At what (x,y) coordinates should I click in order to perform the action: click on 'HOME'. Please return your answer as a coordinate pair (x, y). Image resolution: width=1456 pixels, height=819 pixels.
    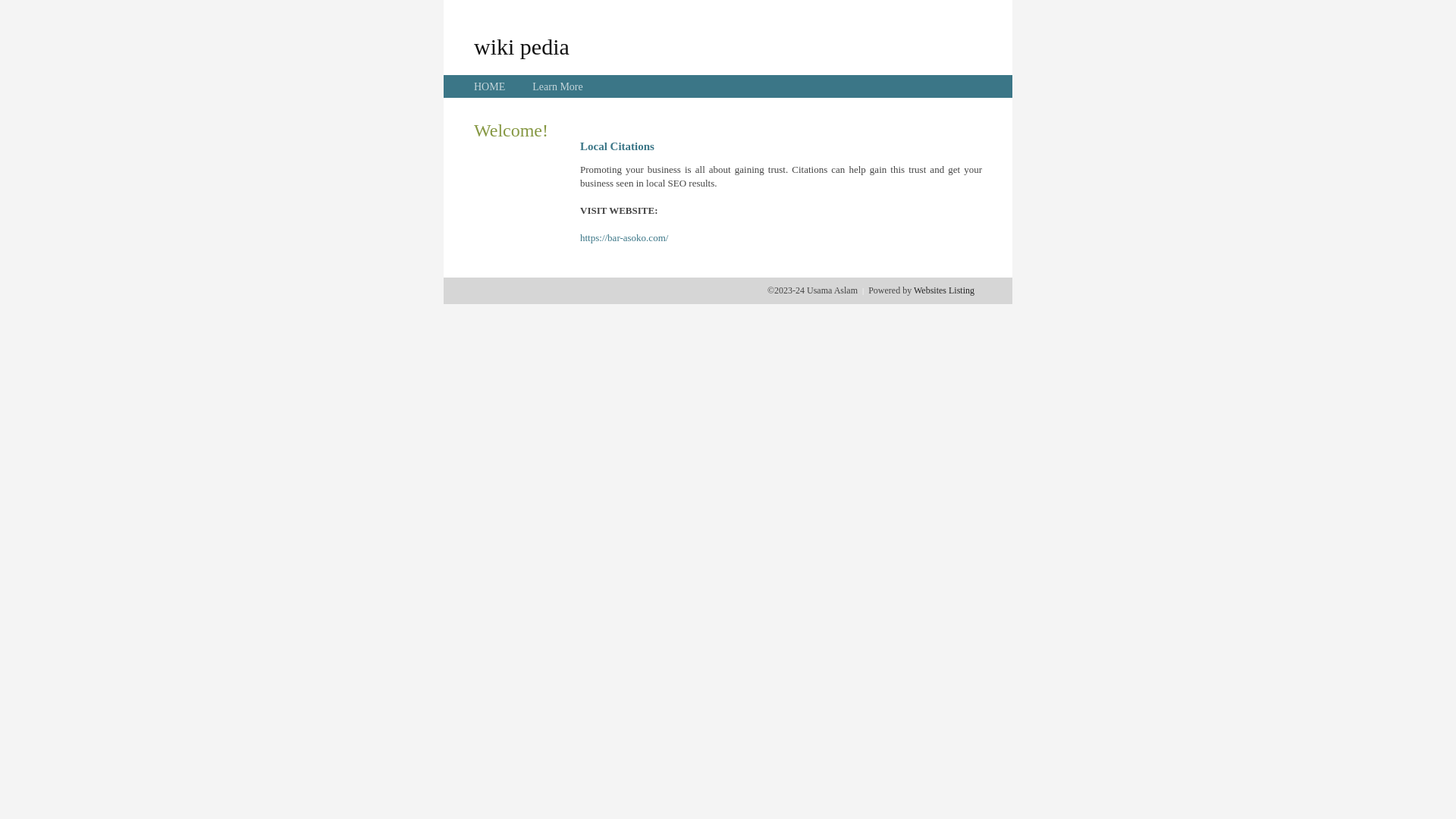
    Looking at the image, I should click on (489, 86).